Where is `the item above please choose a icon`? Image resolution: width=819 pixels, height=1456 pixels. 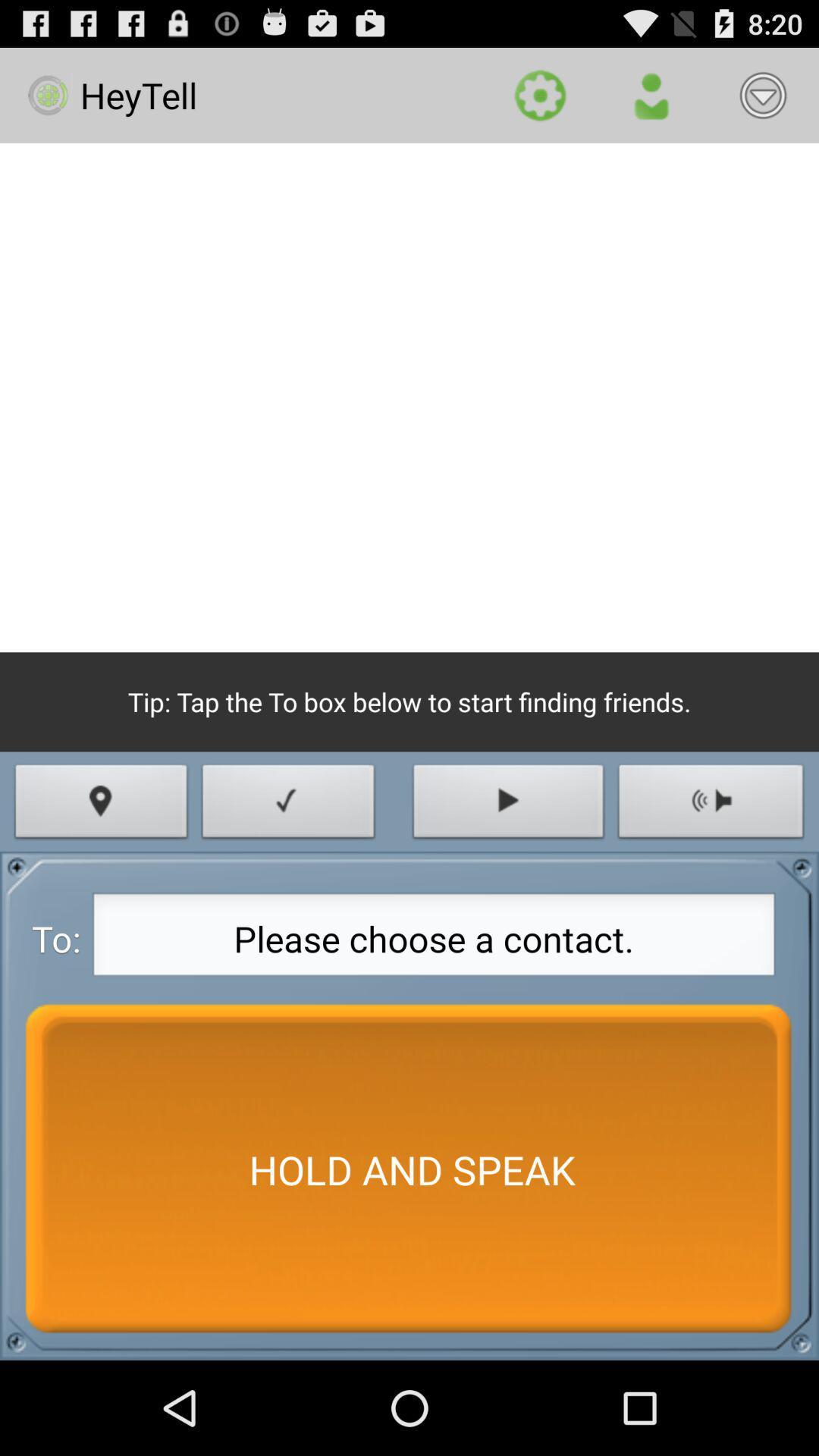
the item above please choose a icon is located at coordinates (101, 805).